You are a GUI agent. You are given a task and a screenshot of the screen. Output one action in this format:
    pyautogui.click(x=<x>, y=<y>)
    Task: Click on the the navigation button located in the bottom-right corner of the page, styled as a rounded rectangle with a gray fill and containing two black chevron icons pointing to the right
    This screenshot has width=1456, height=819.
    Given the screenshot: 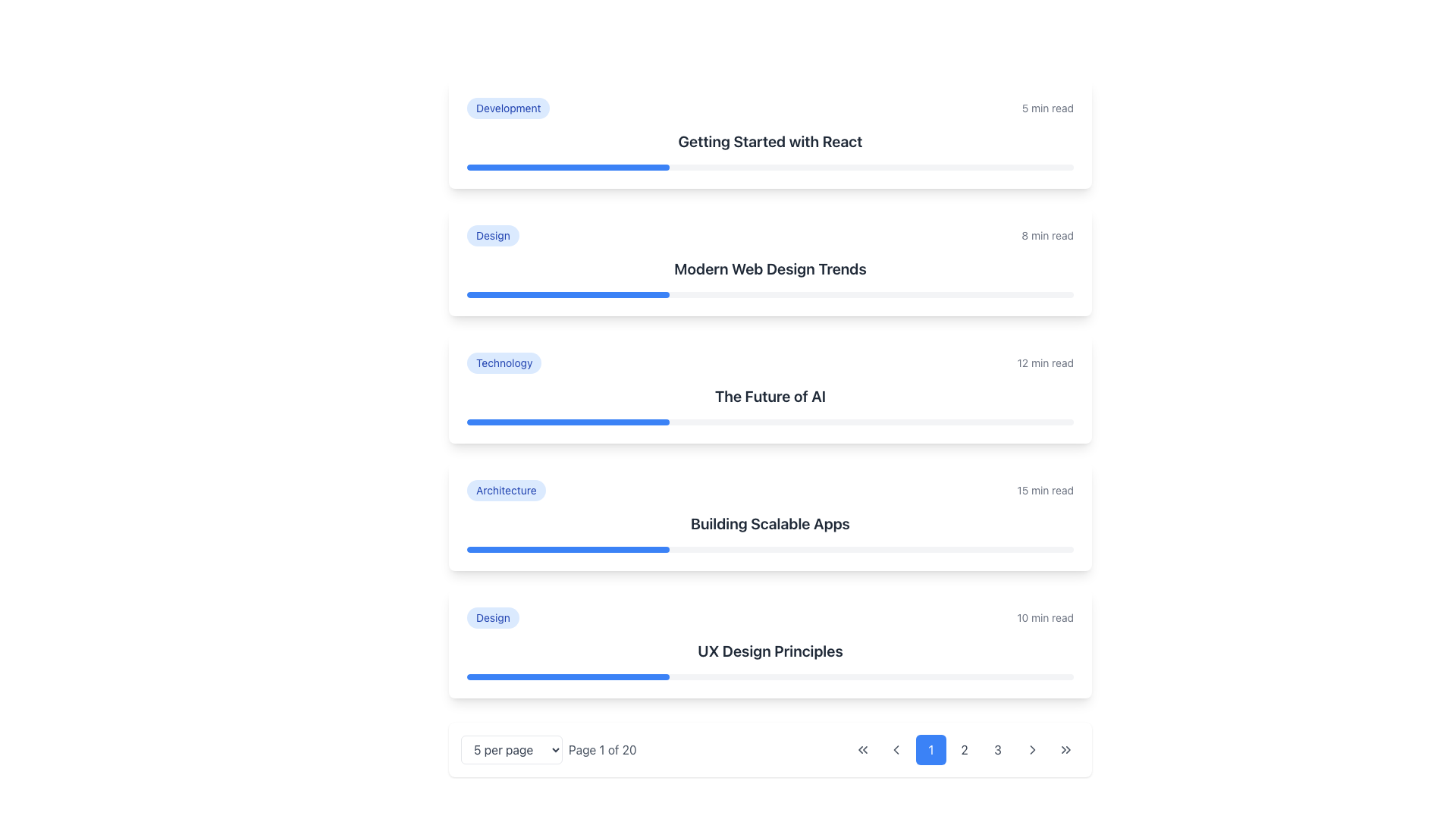 What is the action you would take?
    pyautogui.click(x=1065, y=748)
    